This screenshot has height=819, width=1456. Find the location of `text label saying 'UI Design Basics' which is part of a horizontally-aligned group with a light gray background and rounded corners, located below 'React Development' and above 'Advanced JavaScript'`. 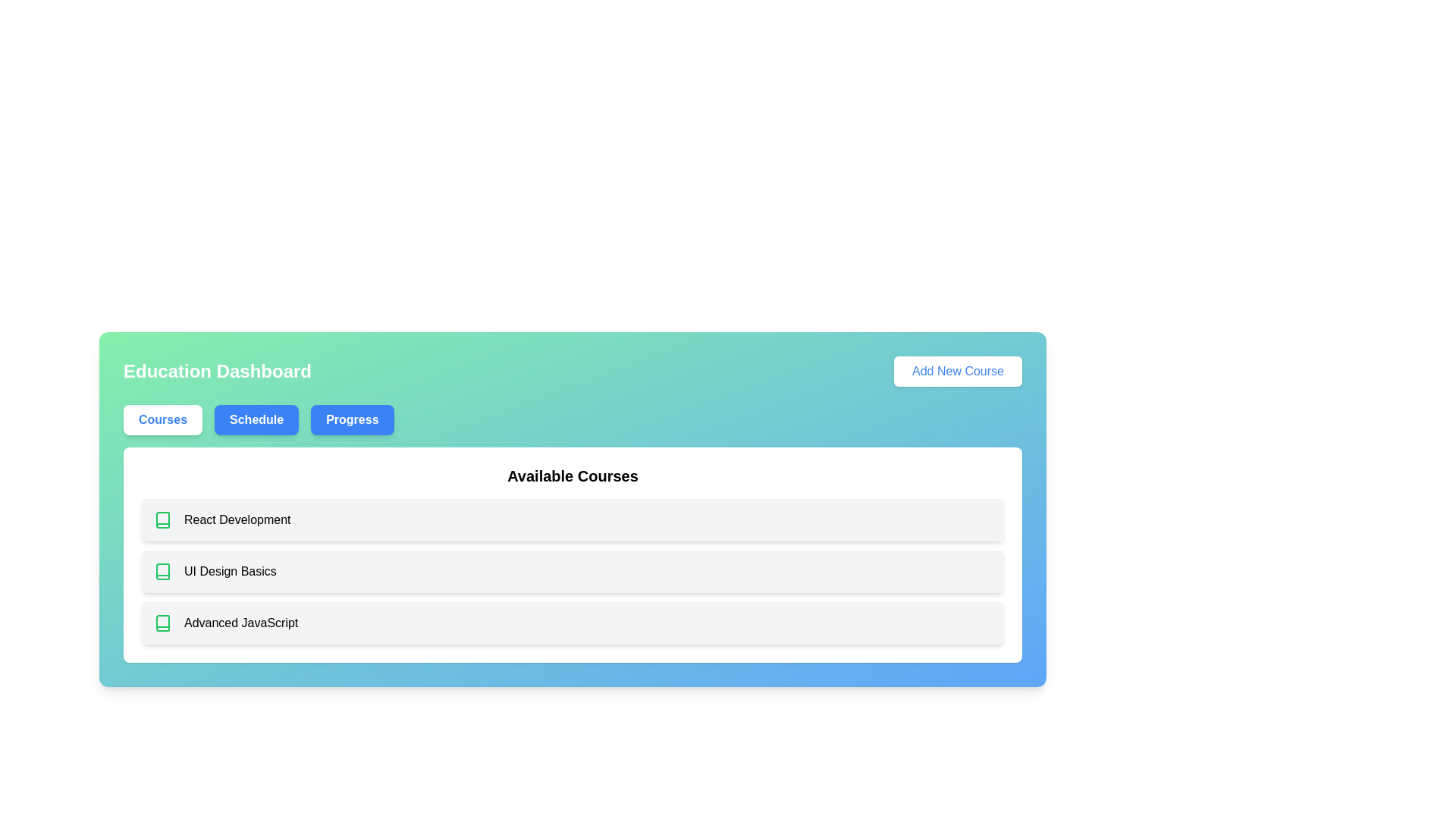

text label saying 'UI Design Basics' which is part of a horizontally-aligned group with a light gray background and rounded corners, located below 'React Development' and above 'Advanced JavaScript' is located at coordinates (229, 571).